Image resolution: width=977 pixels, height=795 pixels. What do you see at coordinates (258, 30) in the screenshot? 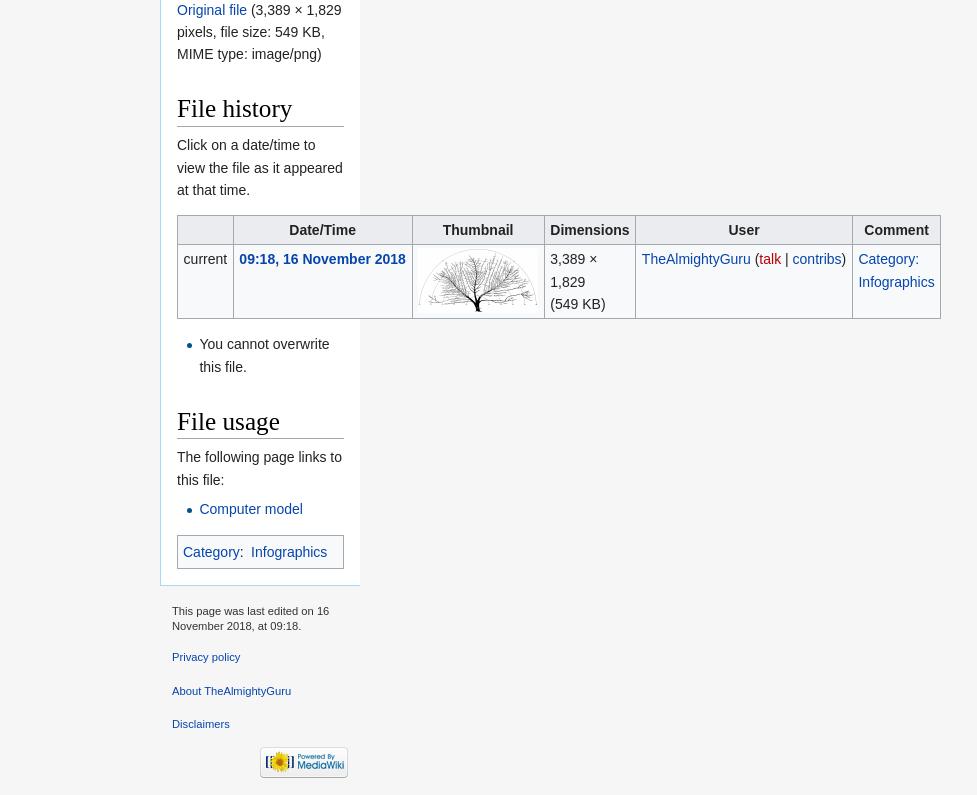
I see `'(3,389 × 1,829 pixels, file size: 549 KB, MIME type:'` at bounding box center [258, 30].